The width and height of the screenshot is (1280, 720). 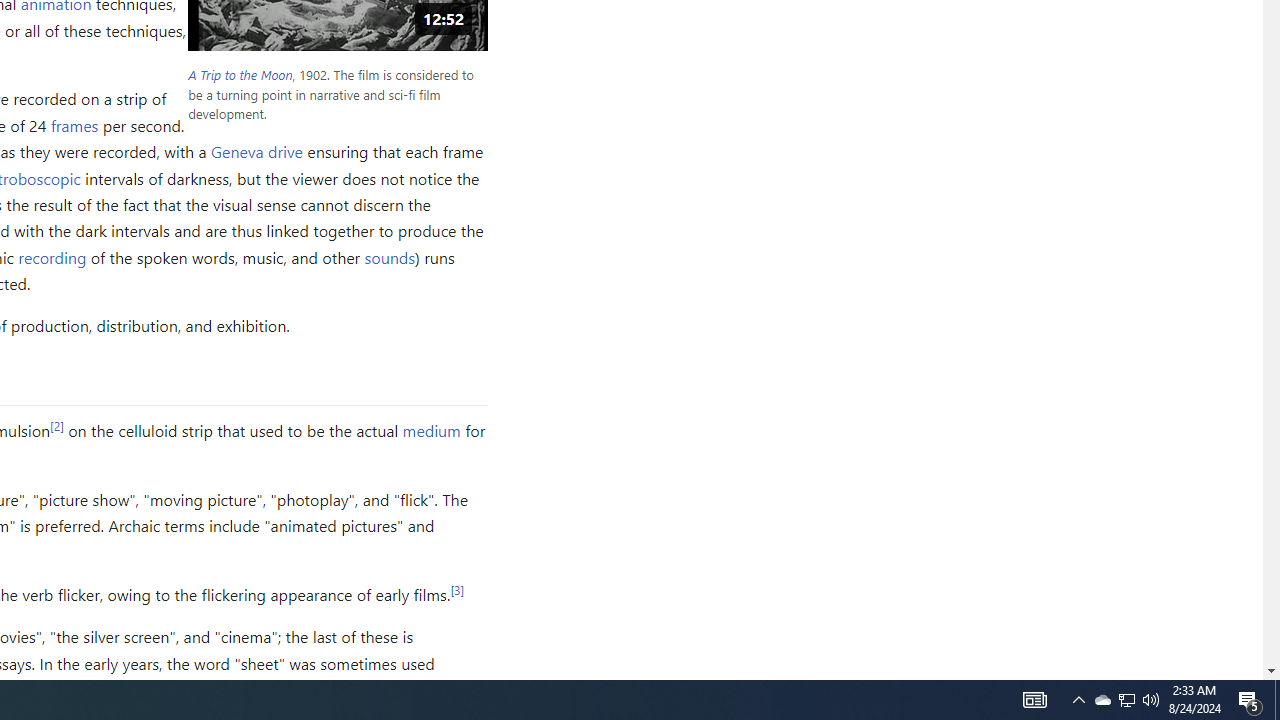 What do you see at coordinates (52, 256) in the screenshot?
I see `'recording'` at bounding box center [52, 256].